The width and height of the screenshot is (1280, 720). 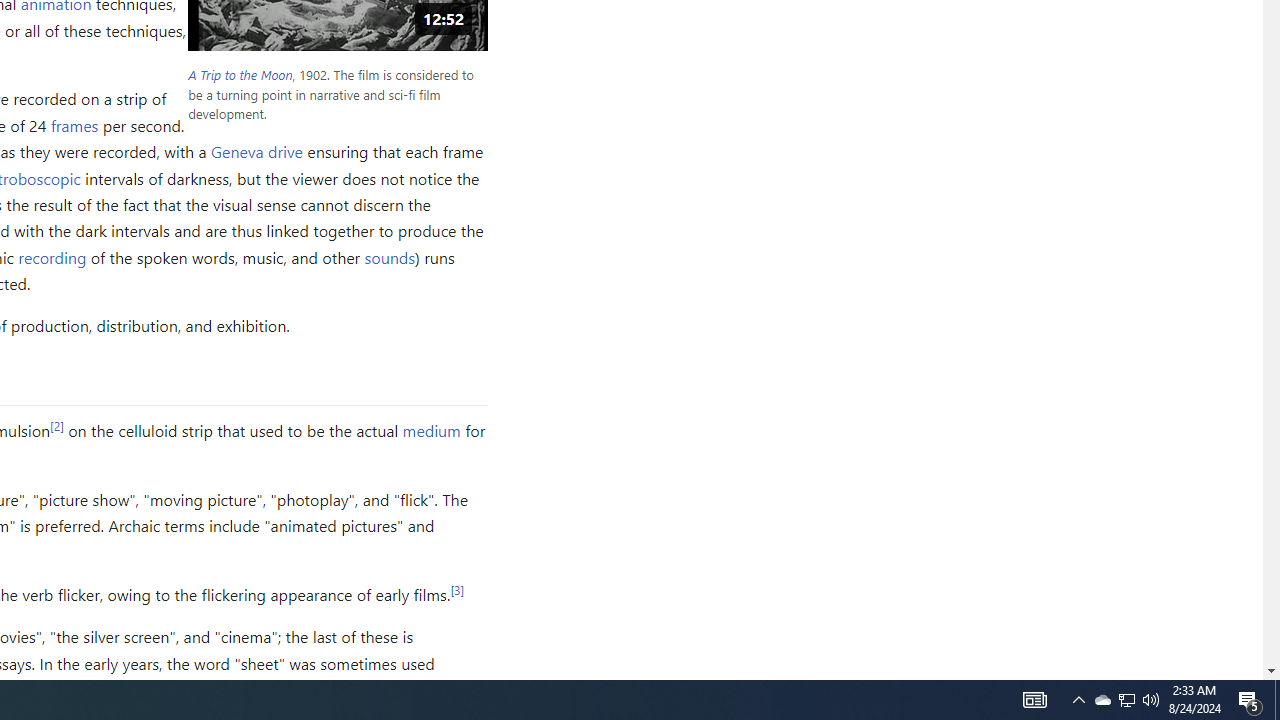 What do you see at coordinates (52, 256) in the screenshot?
I see `'recording'` at bounding box center [52, 256].